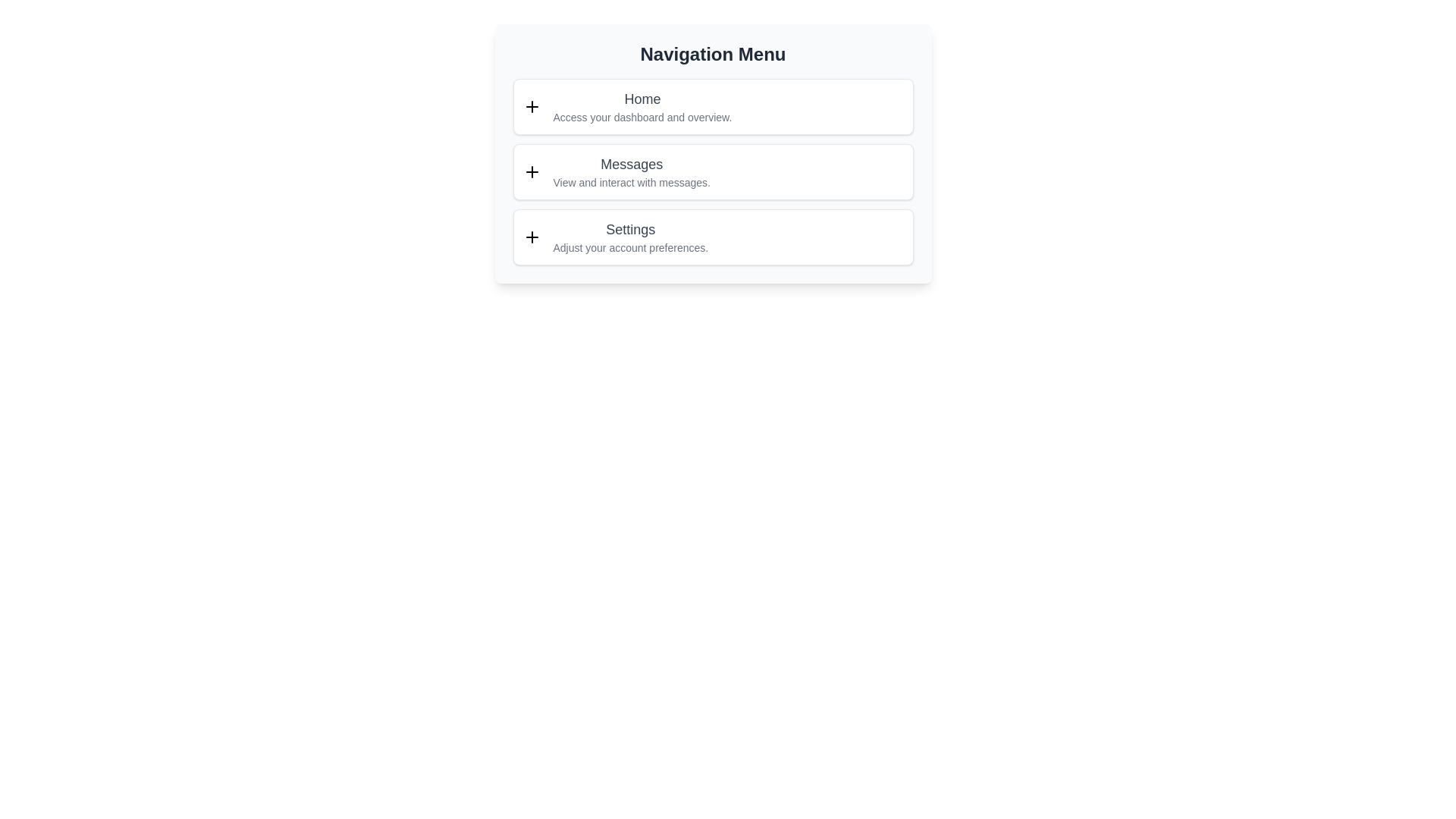  I want to click on the purple plus icon located in the third row of the navigation menu, to the left of the 'Settings' text, so click(532, 237).